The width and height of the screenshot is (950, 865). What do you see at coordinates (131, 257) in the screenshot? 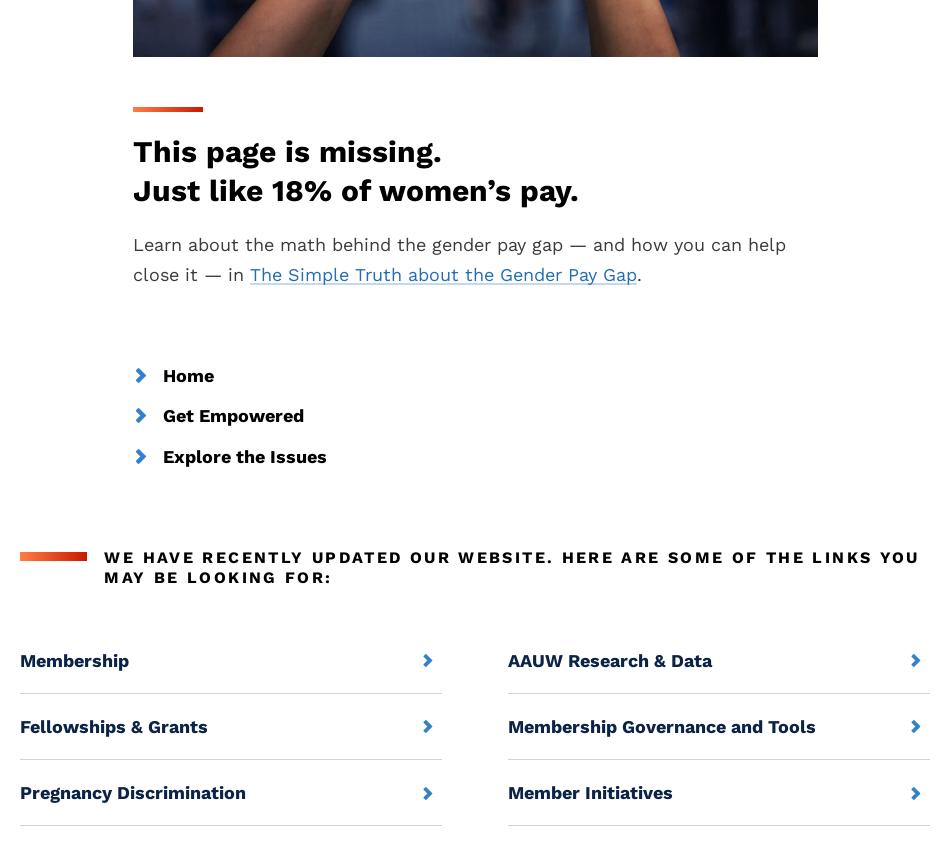
I see `'Learn about the math behind the gender pay gap — and how you can help close it — in'` at bounding box center [131, 257].